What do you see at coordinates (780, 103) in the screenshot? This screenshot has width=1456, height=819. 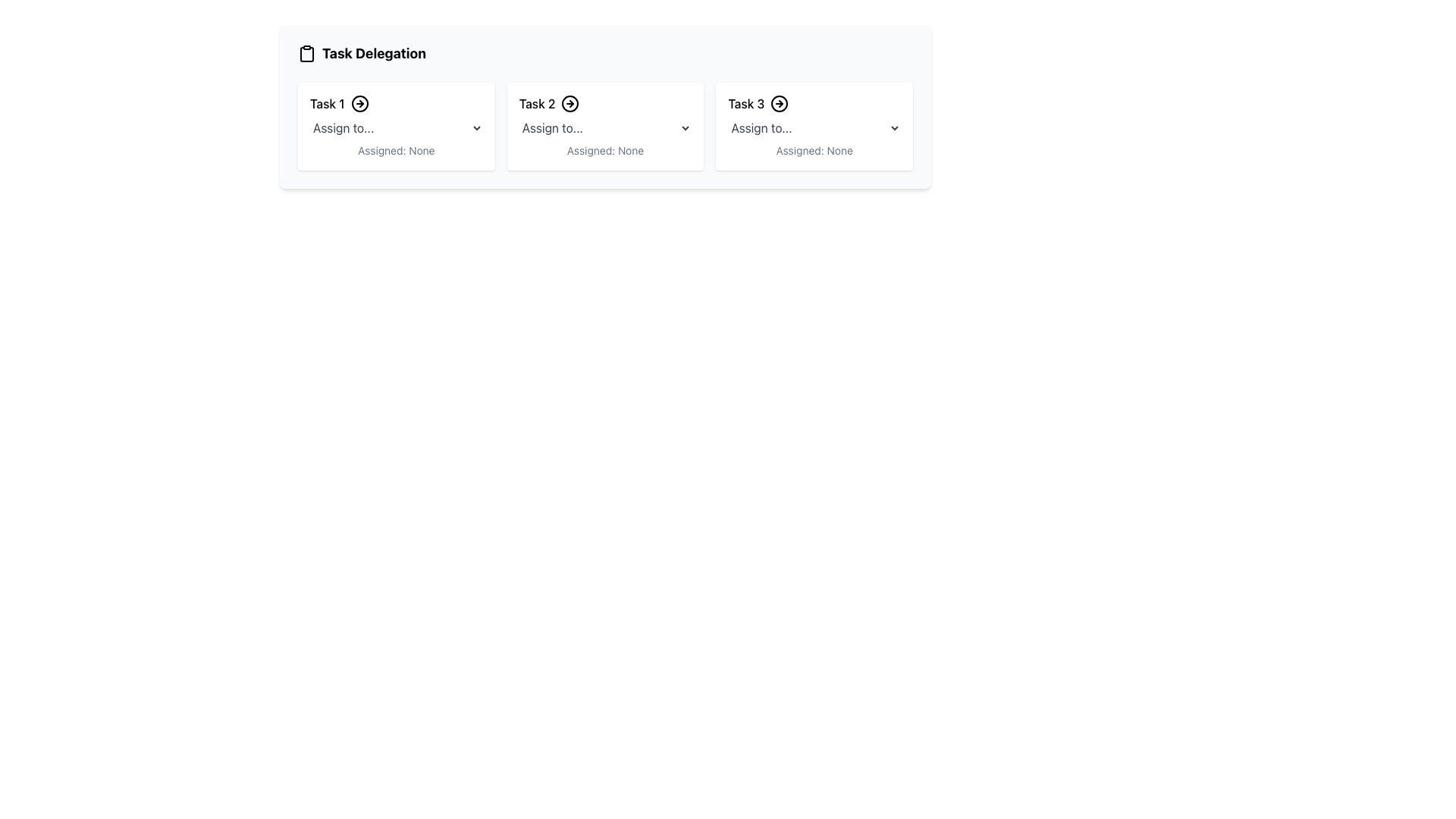 I see `the Icon within the 'Task 3' card located in the upper-right area of the 'Task Delegation' section` at bounding box center [780, 103].